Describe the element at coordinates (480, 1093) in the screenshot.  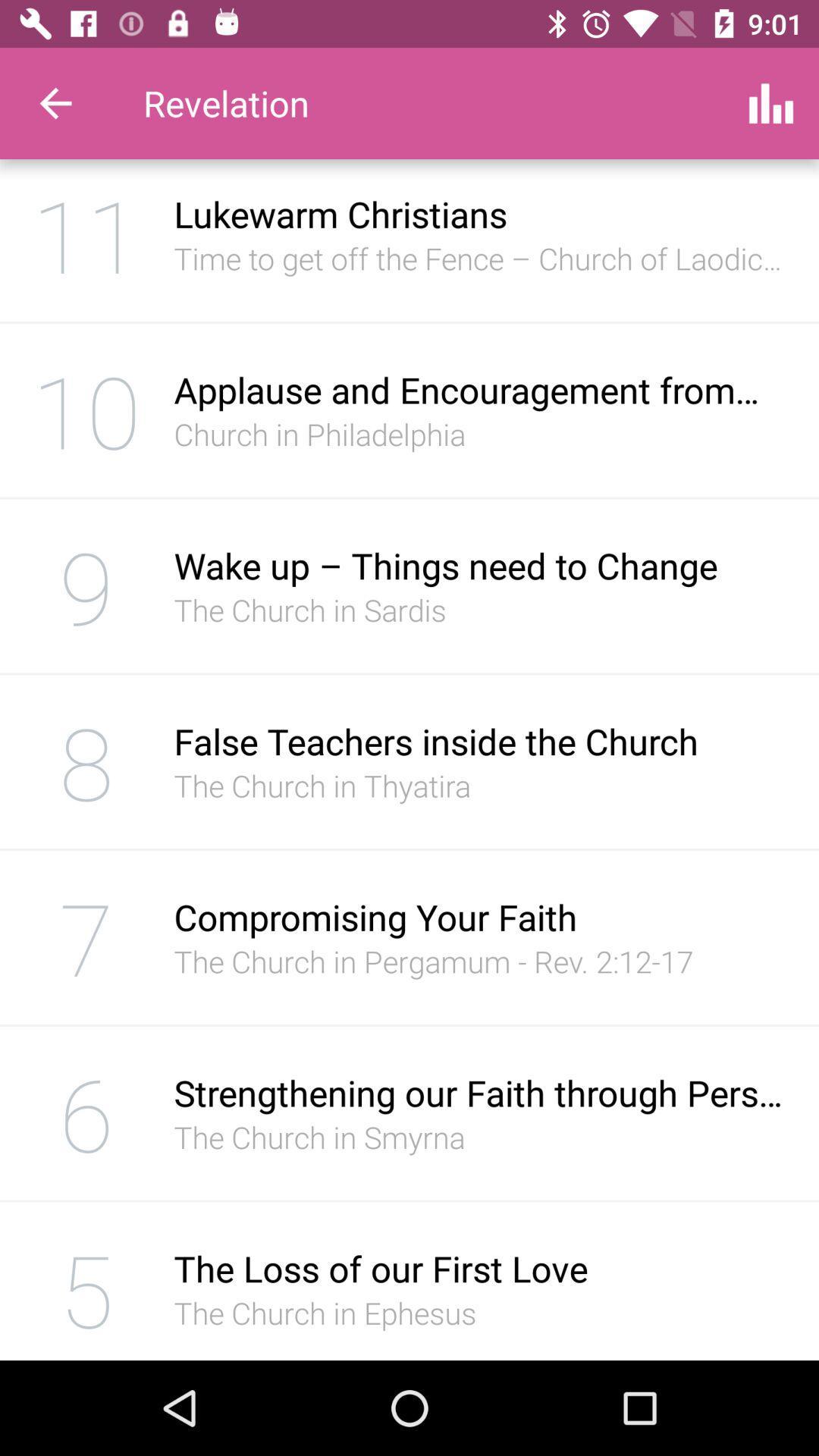
I see `item next to the 6 item` at that location.